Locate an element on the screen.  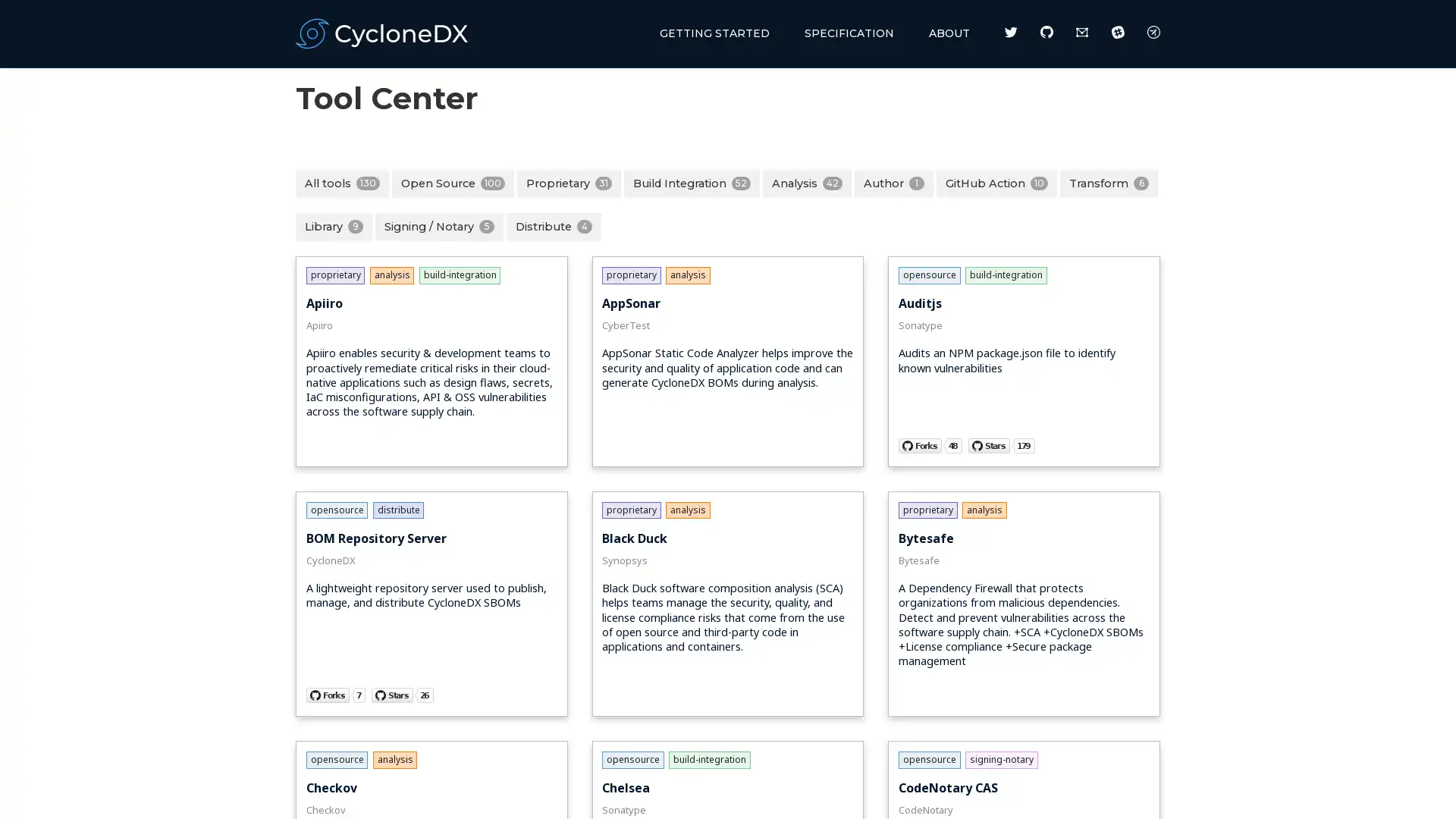
Author 1 is located at coordinates (894, 182).